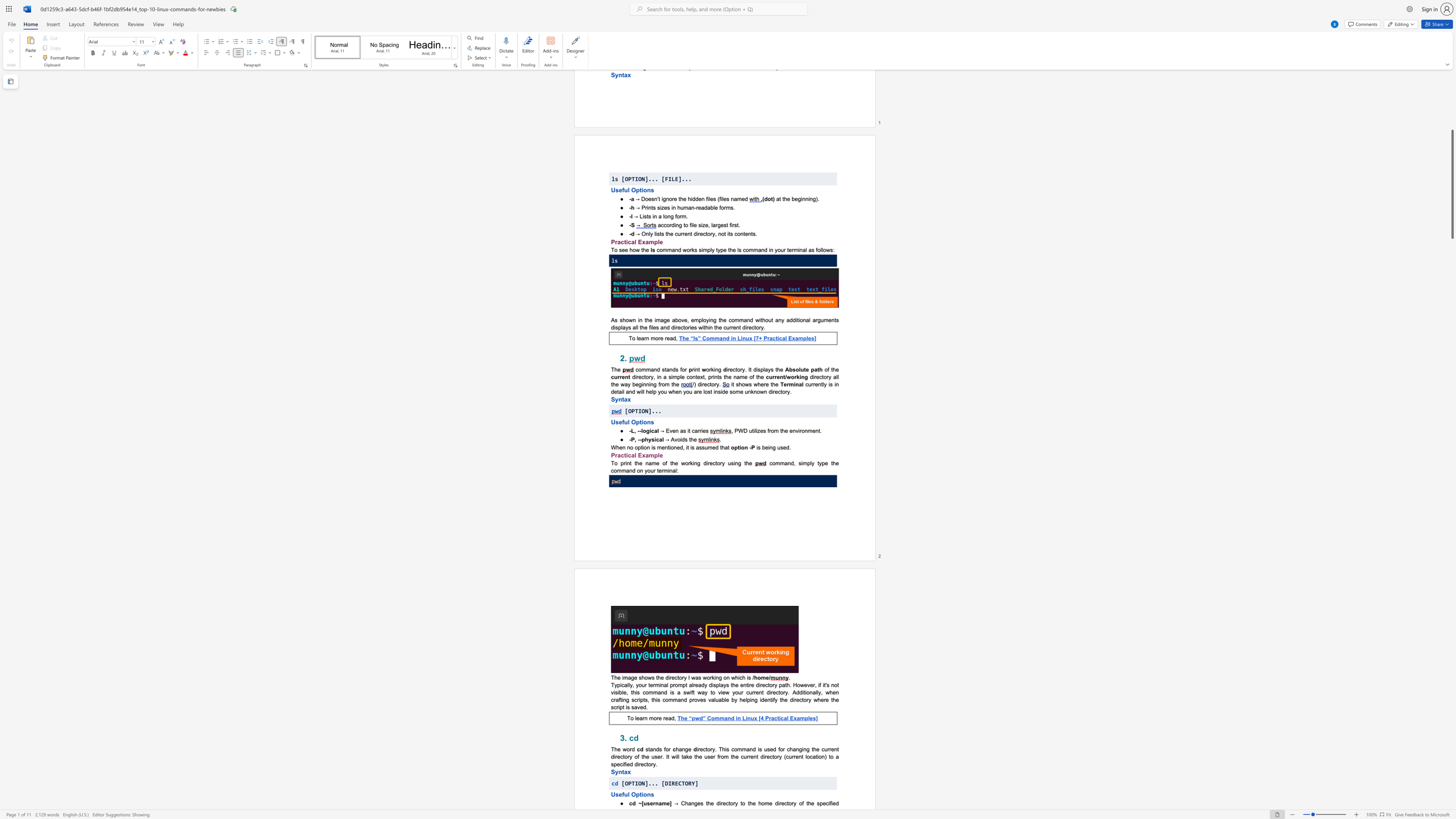 The image size is (1456, 819). Describe the element at coordinates (651, 439) in the screenshot. I see `the subset text "si" within the text "-P, --physical"` at that location.